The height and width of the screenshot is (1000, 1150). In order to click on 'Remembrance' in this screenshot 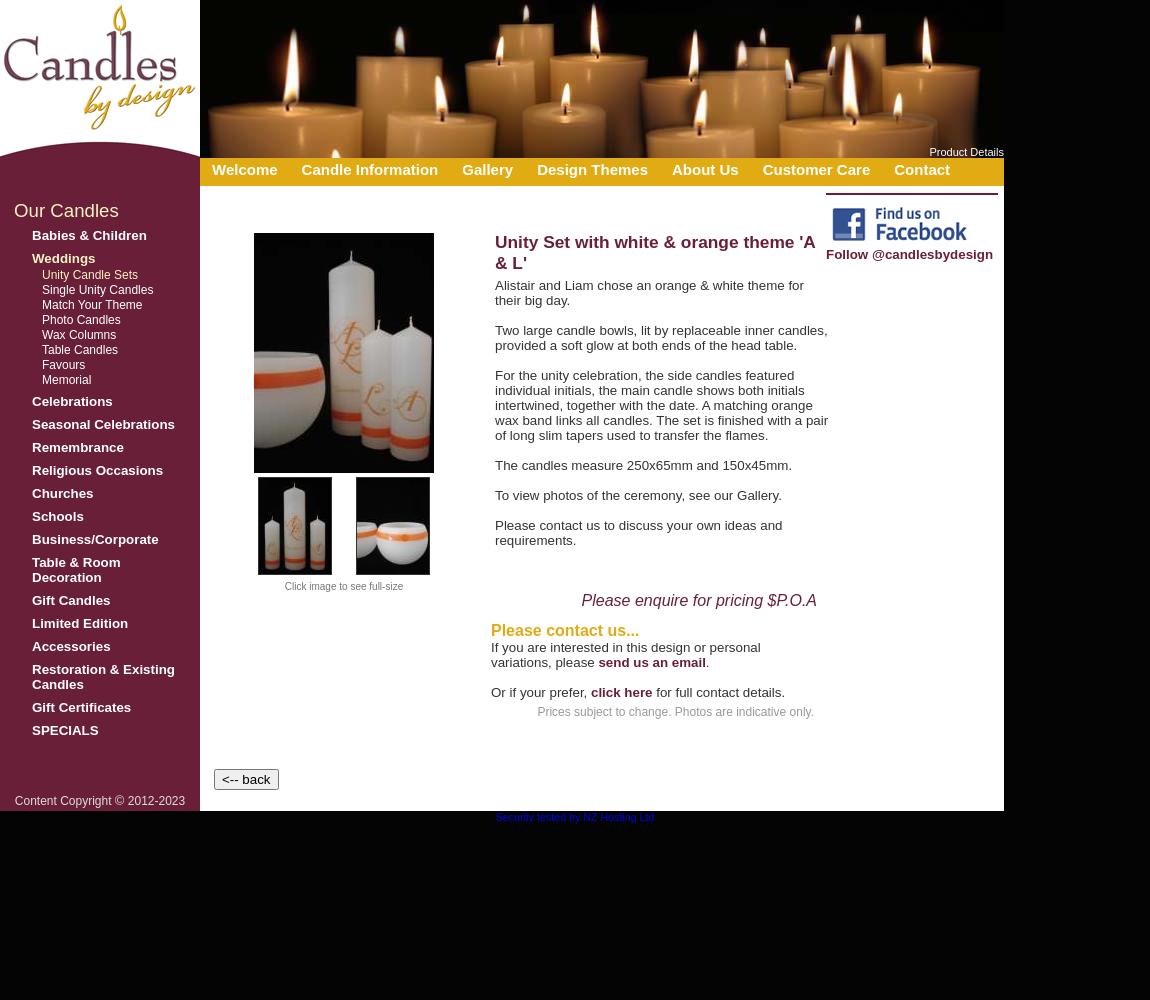, I will do `click(30, 446)`.